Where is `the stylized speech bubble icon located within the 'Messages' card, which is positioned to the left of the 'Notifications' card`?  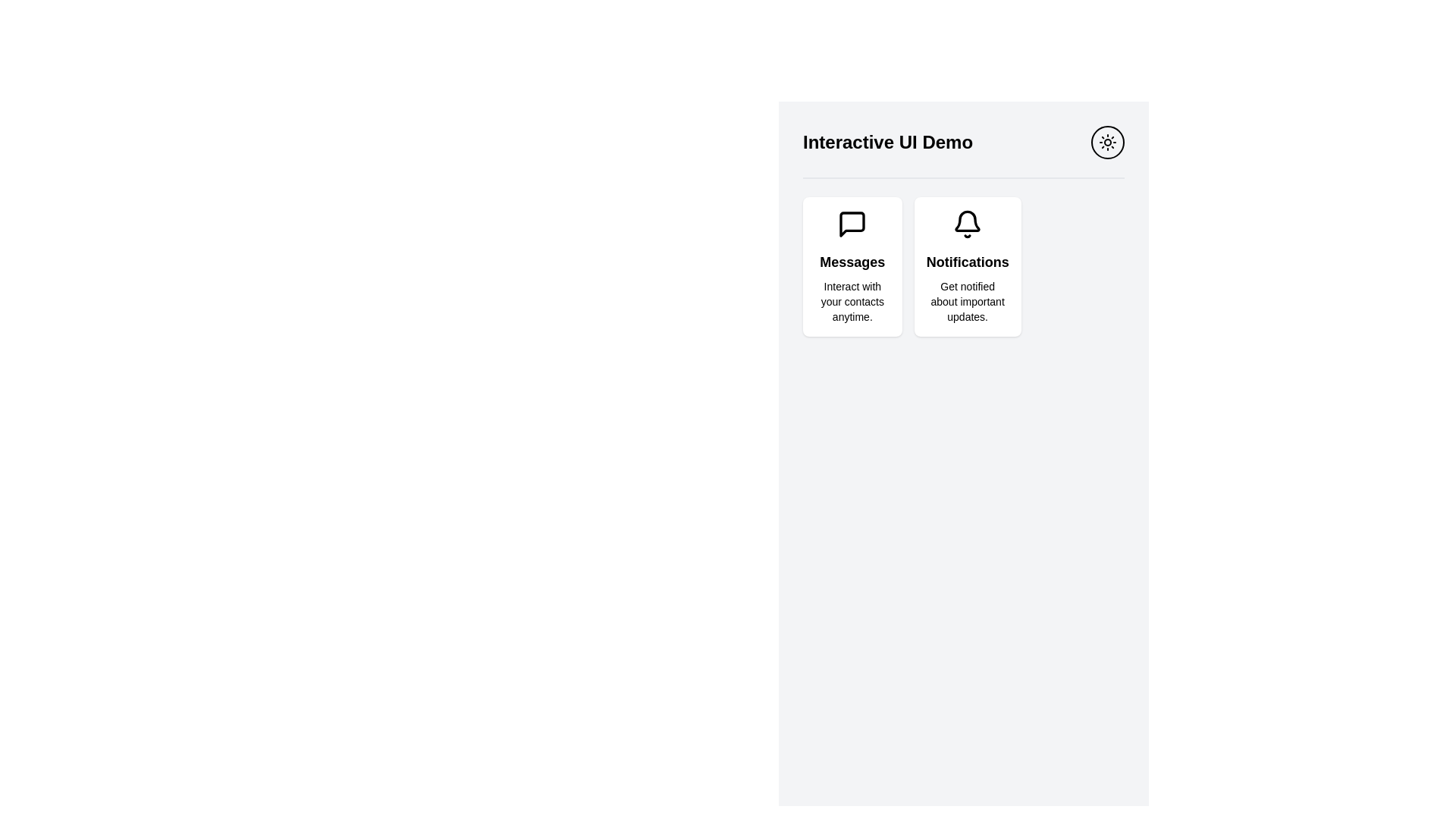
the stylized speech bubble icon located within the 'Messages' card, which is positioned to the left of the 'Notifications' card is located at coordinates (852, 224).